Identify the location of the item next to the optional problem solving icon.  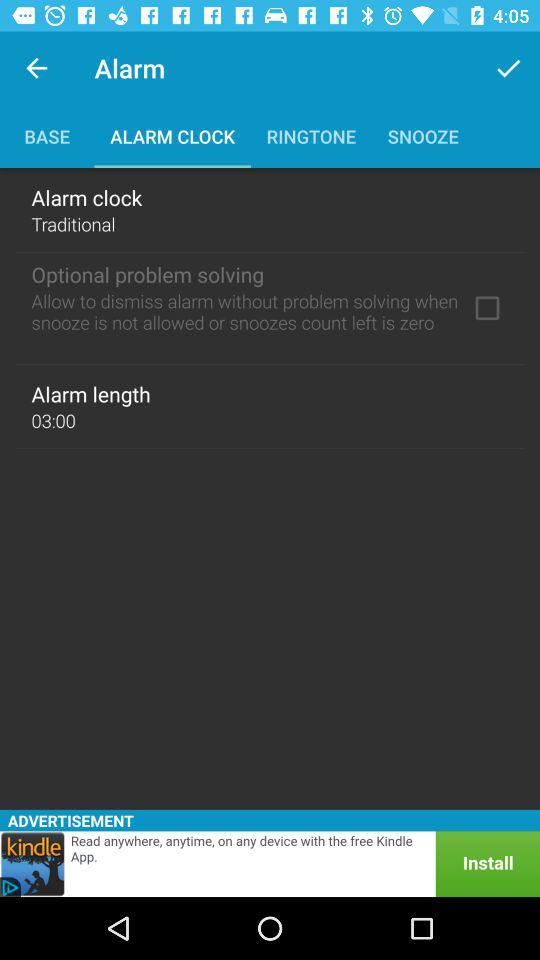
(486, 308).